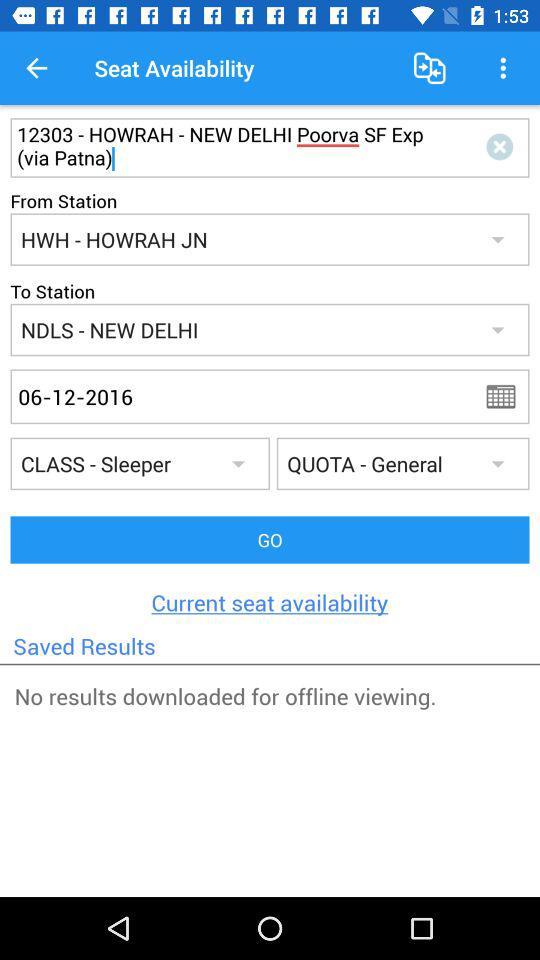 The image size is (540, 960). What do you see at coordinates (507, 395) in the screenshot?
I see `the icon to the right of 06-12-2016 icon` at bounding box center [507, 395].